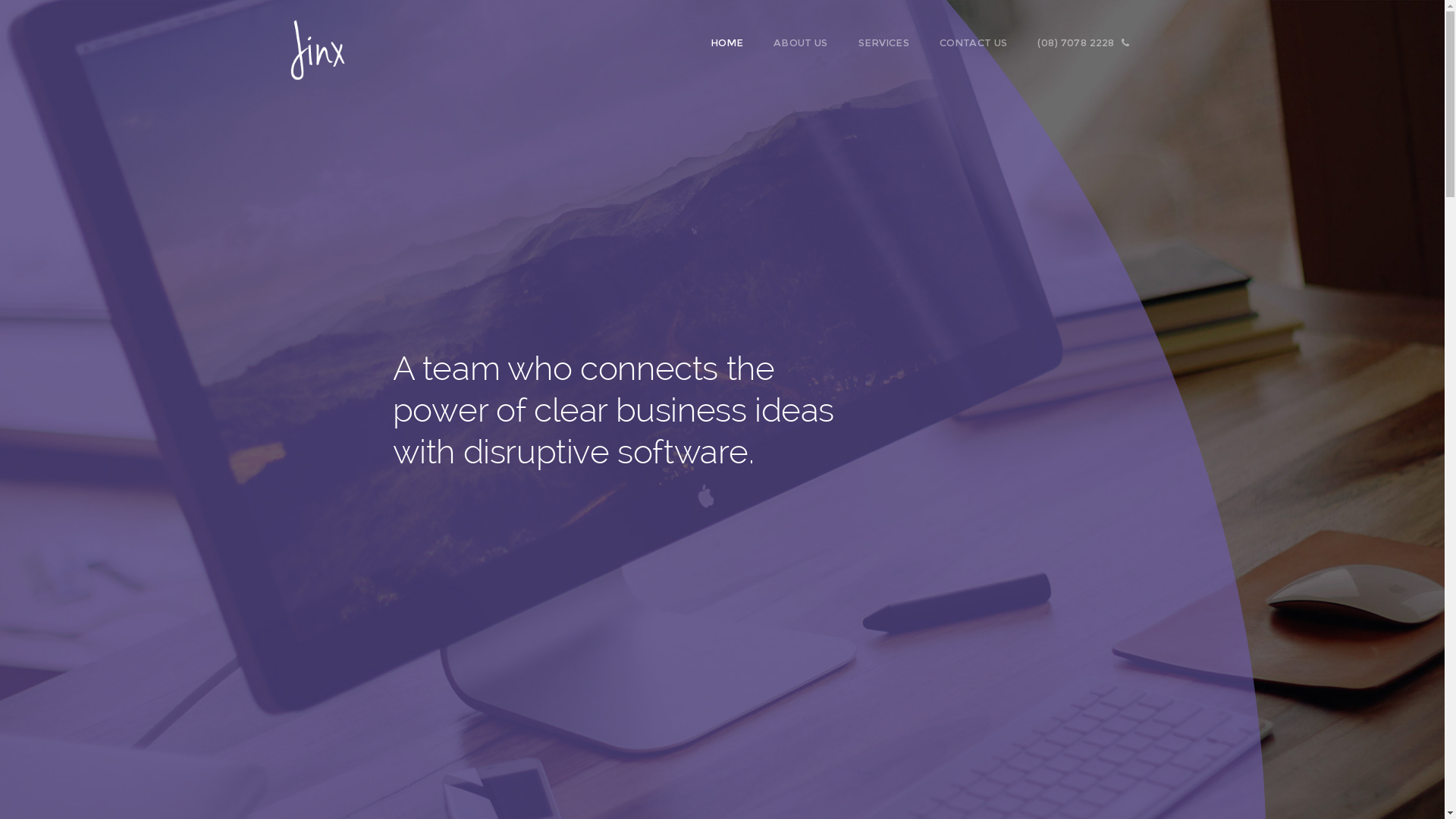 Image resolution: width=1456 pixels, height=819 pixels. I want to click on 'SERVICES', so click(892, 42).